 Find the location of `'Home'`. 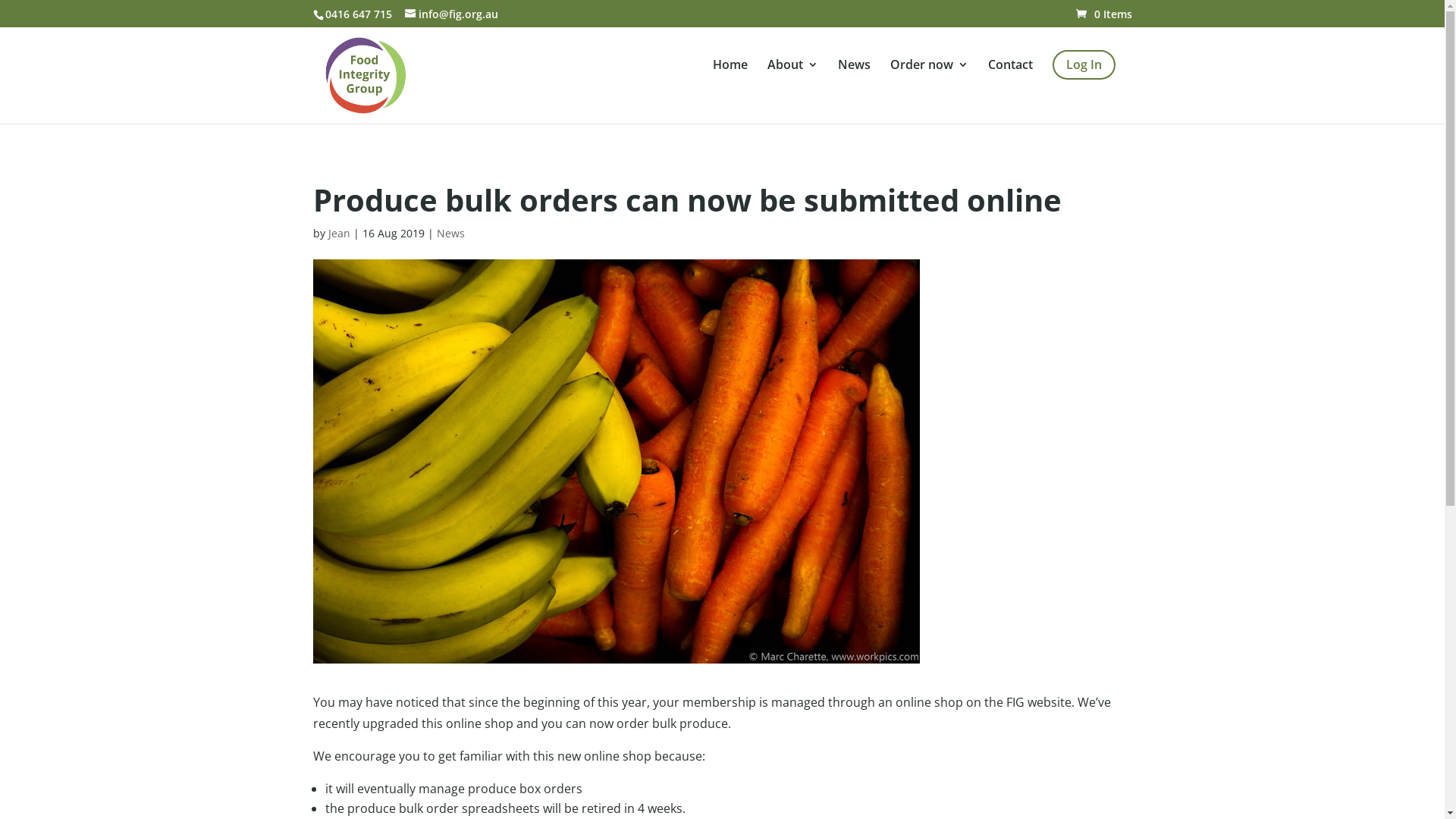

'Home' is located at coordinates (730, 76).